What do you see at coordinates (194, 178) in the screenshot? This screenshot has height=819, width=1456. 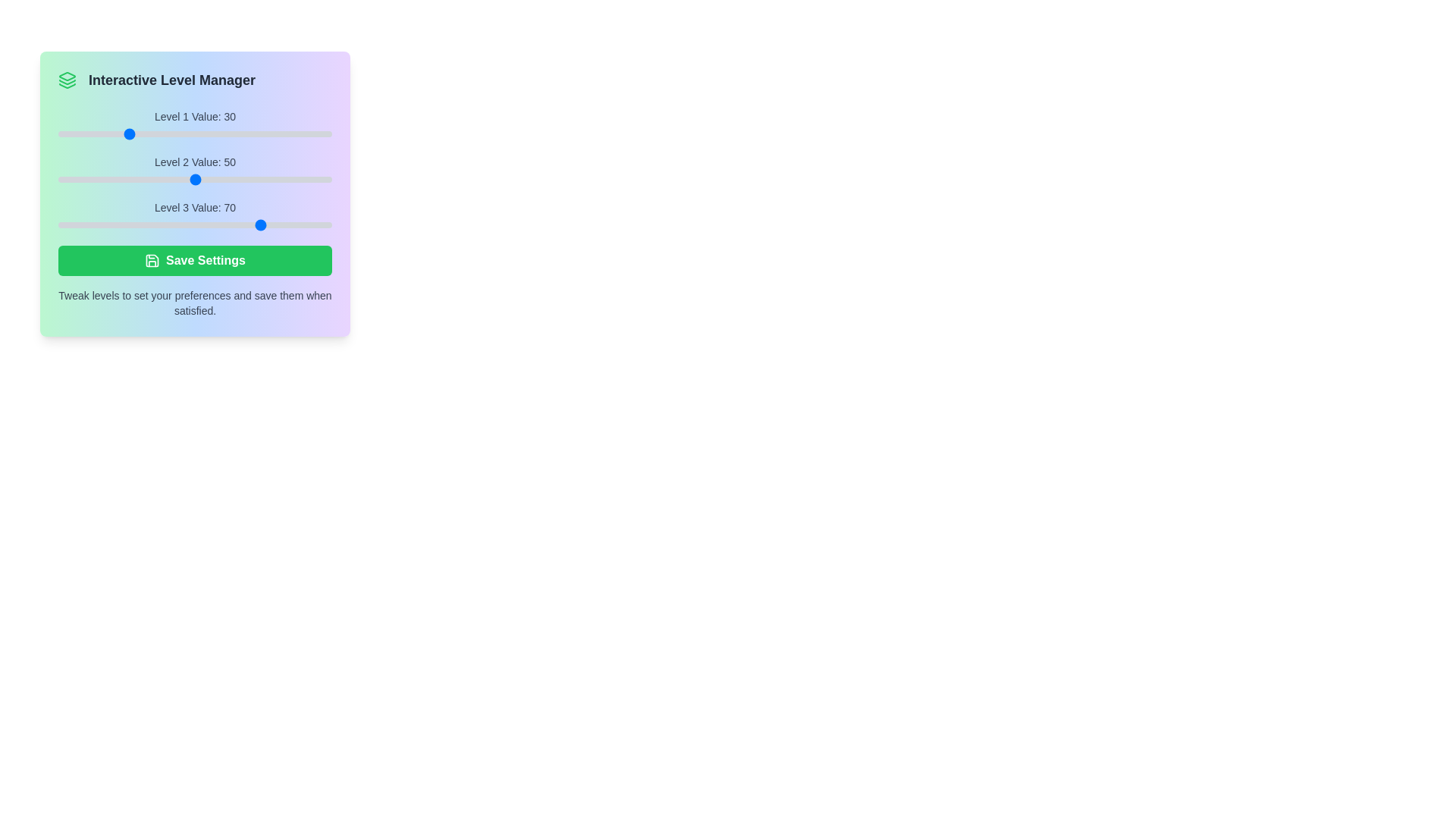 I see `the handle of the horizontal slider located below the label 'Level 2 Value: 50'` at bounding box center [194, 178].